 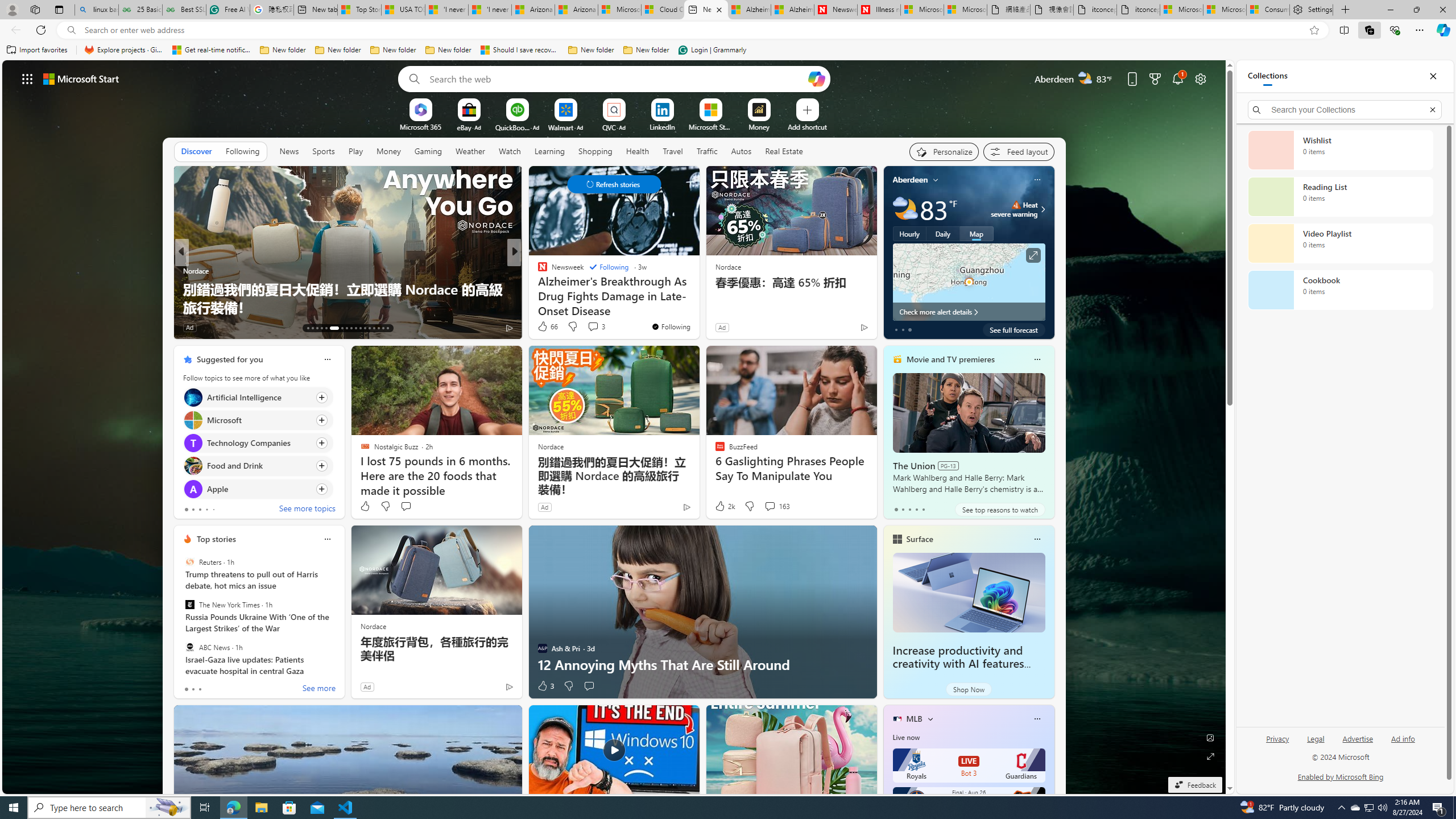 I want to click on 'Click to follow topic Apple', so click(x=257, y=488).